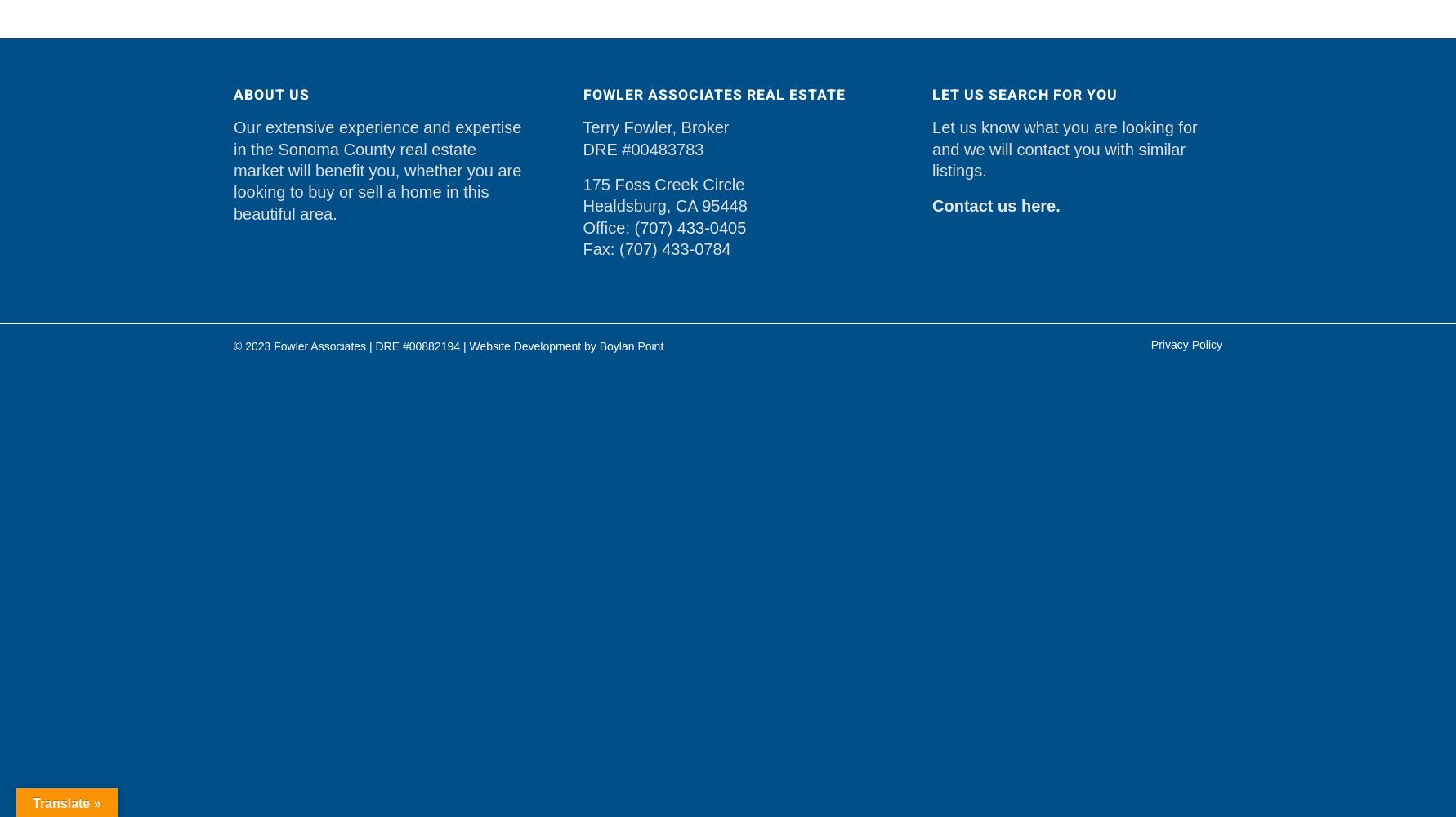 The height and width of the screenshot is (817, 1456). What do you see at coordinates (233, 346) in the screenshot?
I see `'© 2023 Fowler Associates | DRE #00882194 |'` at bounding box center [233, 346].